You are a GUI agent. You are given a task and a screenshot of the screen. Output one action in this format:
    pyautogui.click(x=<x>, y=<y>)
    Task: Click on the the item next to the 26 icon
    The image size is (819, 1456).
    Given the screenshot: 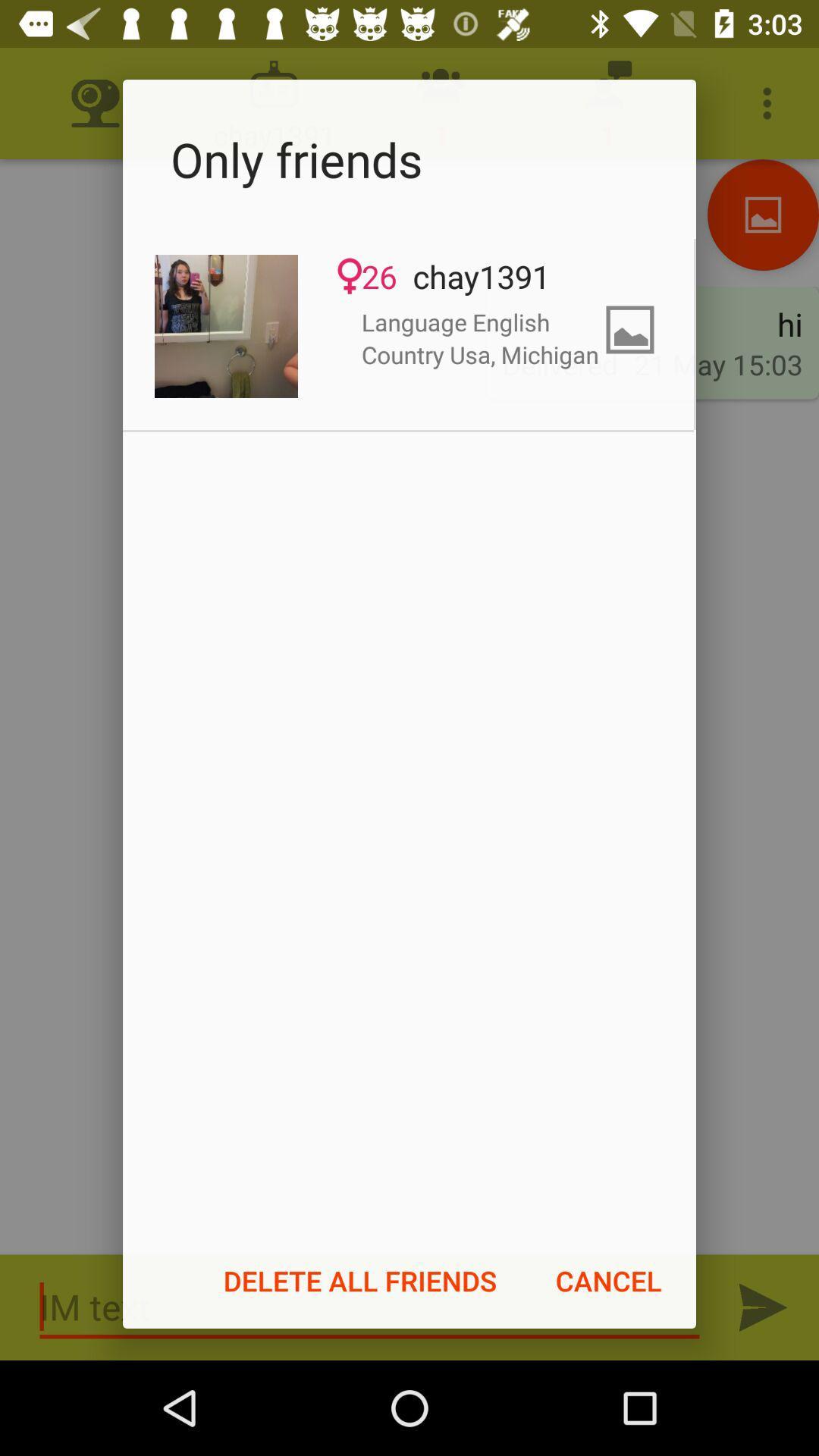 What is the action you would take?
    pyautogui.click(x=226, y=325)
    